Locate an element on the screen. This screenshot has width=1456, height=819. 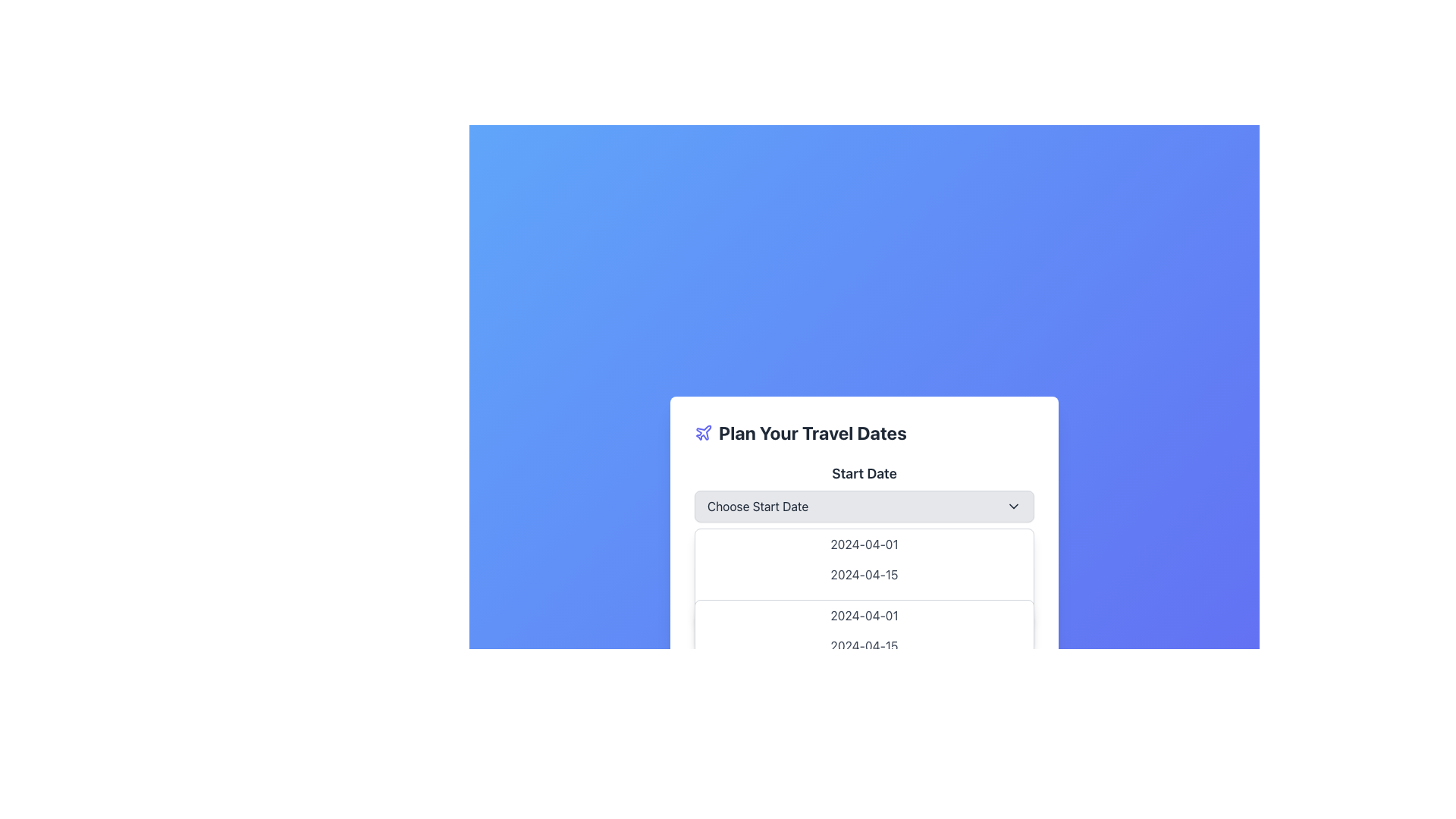
the plane-shaped icon with a stylized design located near the top-left corner, adjacent to the text header 'Plan Your Travel Dates' is located at coordinates (703, 432).